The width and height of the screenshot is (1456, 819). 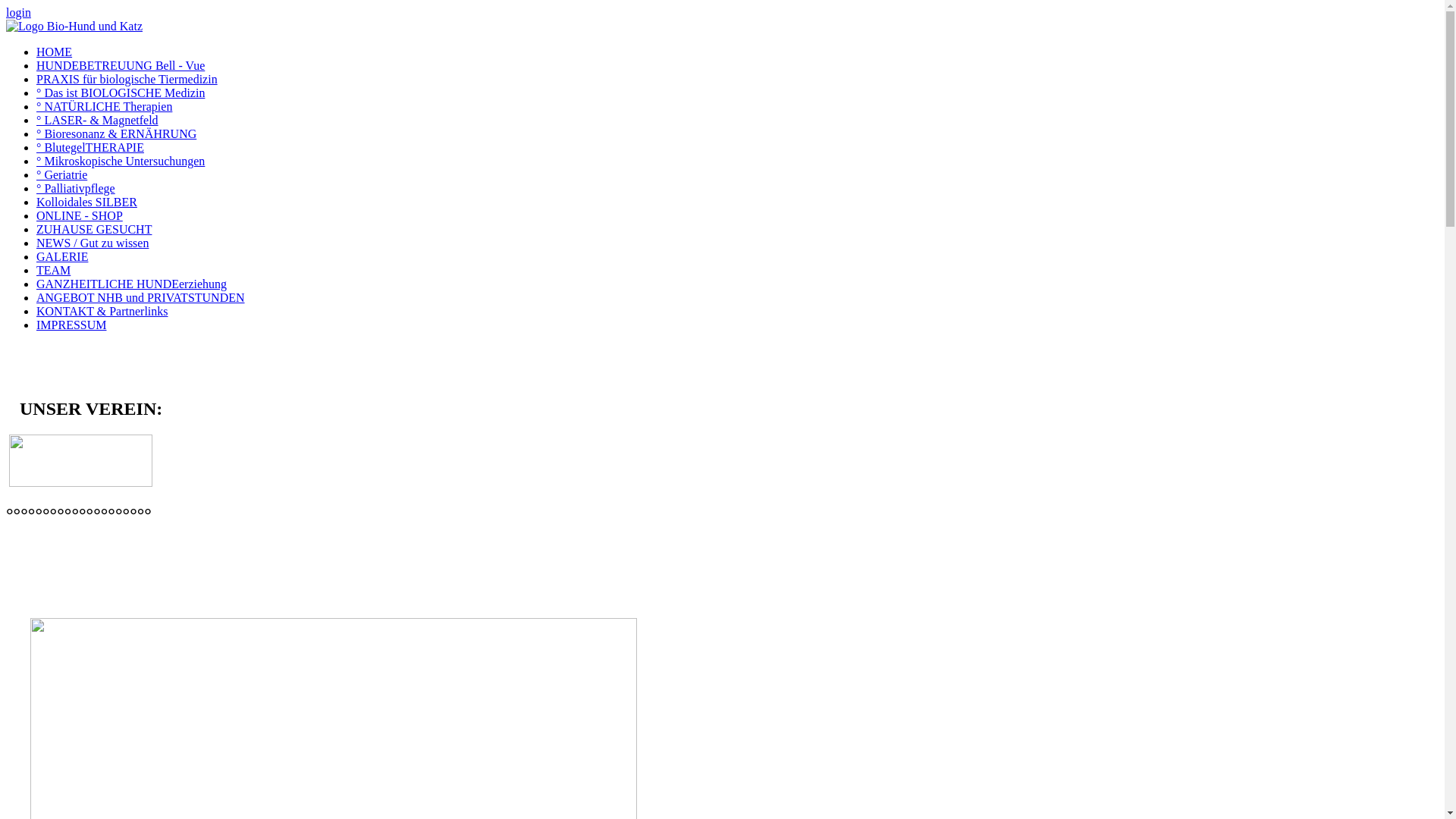 I want to click on 'ANGEBOT NHB und PRIVATSTUNDEN', so click(x=36, y=297).